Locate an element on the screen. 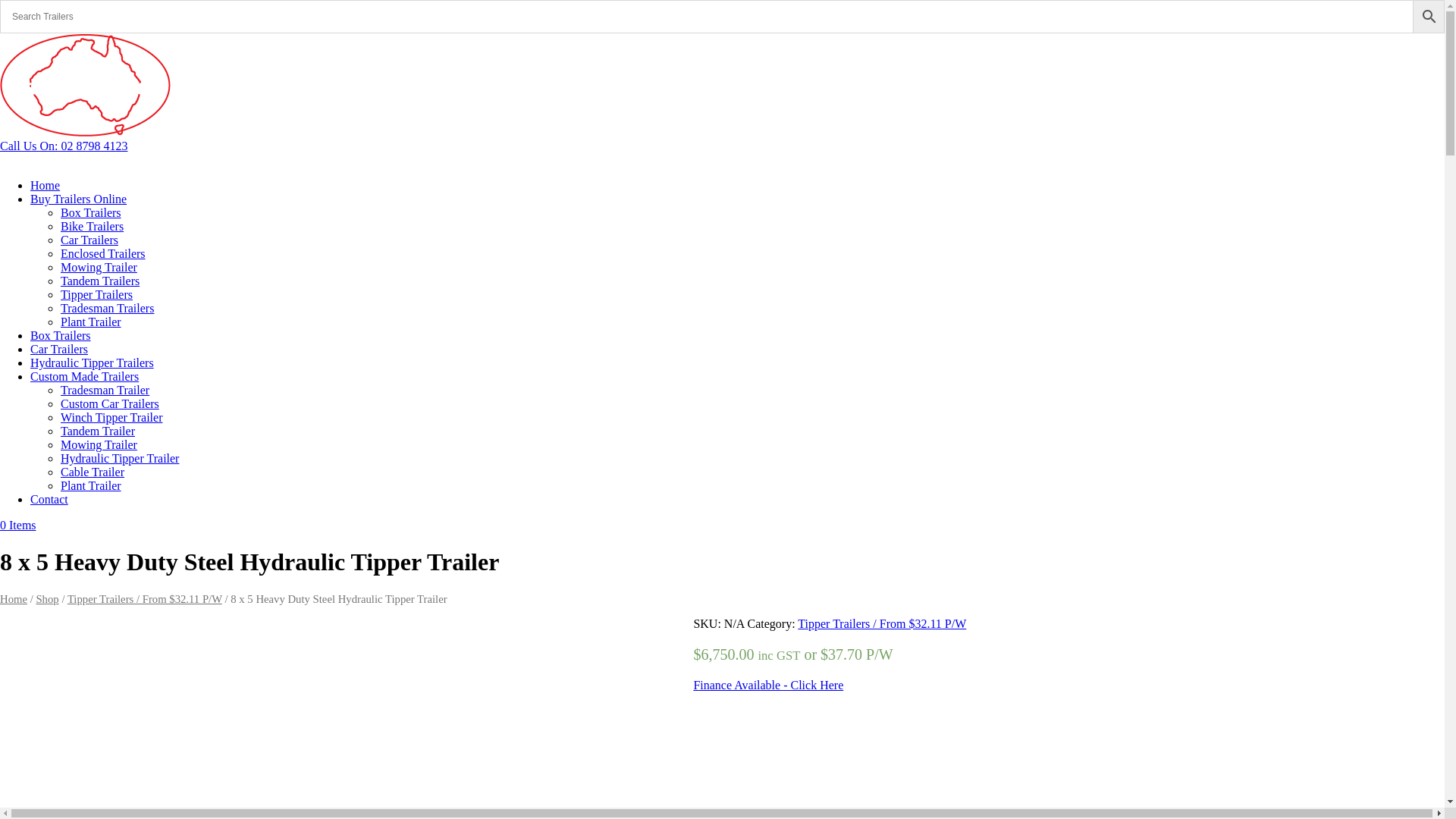 Image resolution: width=1456 pixels, height=819 pixels. 'Contact' is located at coordinates (30, 499).